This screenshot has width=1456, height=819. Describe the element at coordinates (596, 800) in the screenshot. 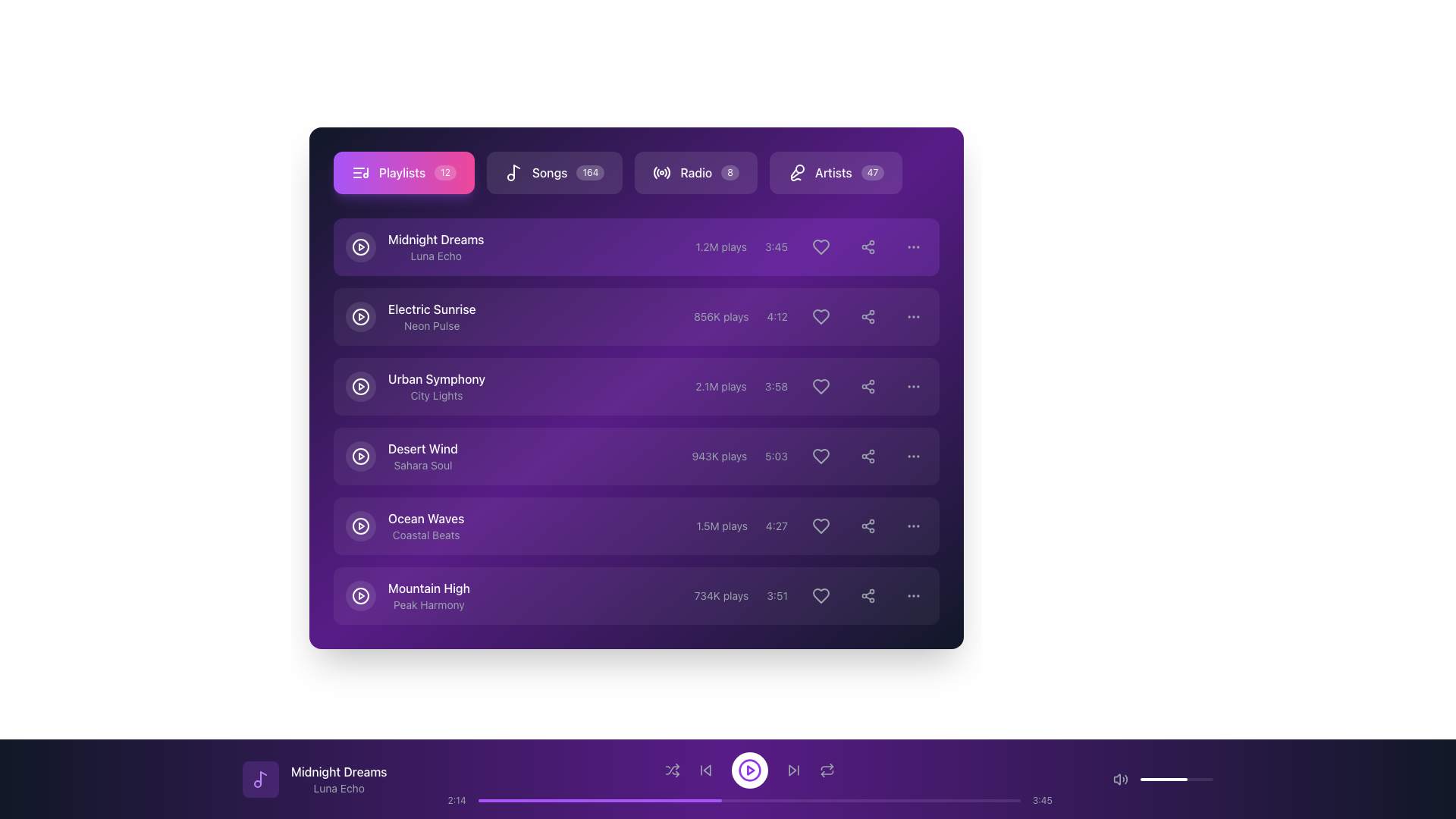

I see `playback time` at that location.